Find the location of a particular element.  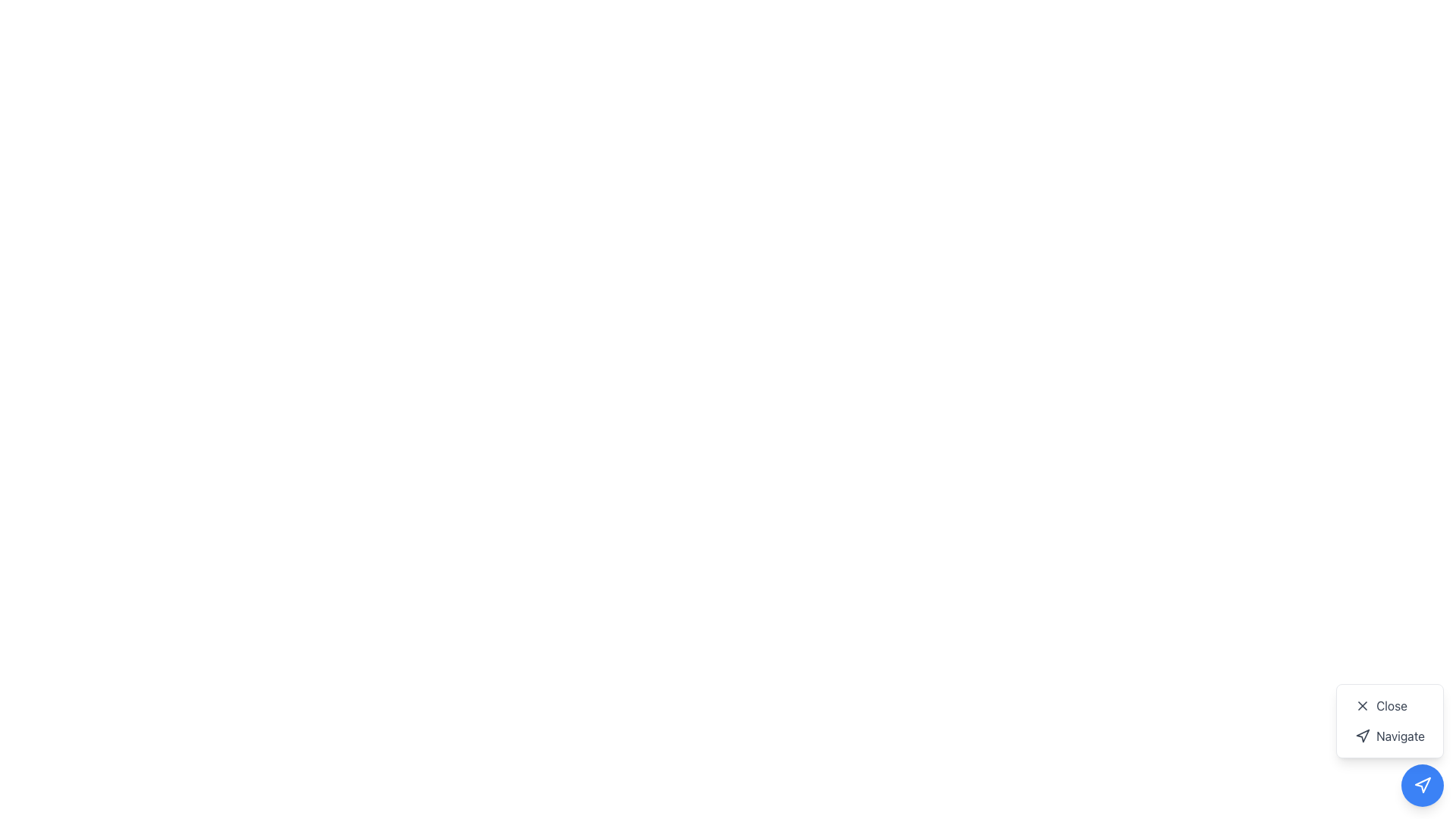

the navigation button located in the bottom-right corner of the interface is located at coordinates (1422, 785).